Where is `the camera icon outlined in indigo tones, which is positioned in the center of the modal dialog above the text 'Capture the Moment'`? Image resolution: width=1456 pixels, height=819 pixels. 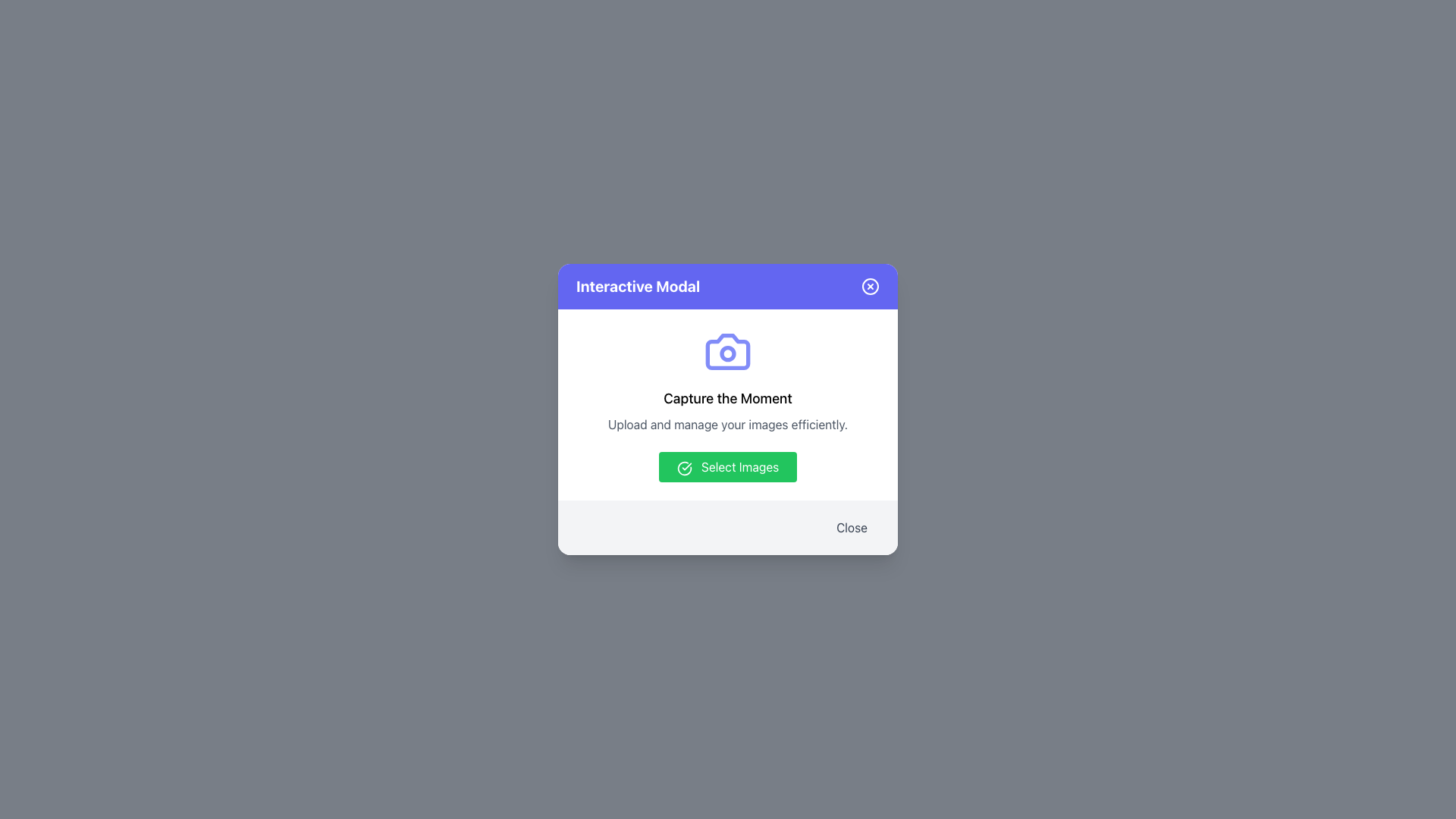
the camera icon outlined in indigo tones, which is positioned in the center of the modal dialog above the text 'Capture the Moment' is located at coordinates (728, 351).